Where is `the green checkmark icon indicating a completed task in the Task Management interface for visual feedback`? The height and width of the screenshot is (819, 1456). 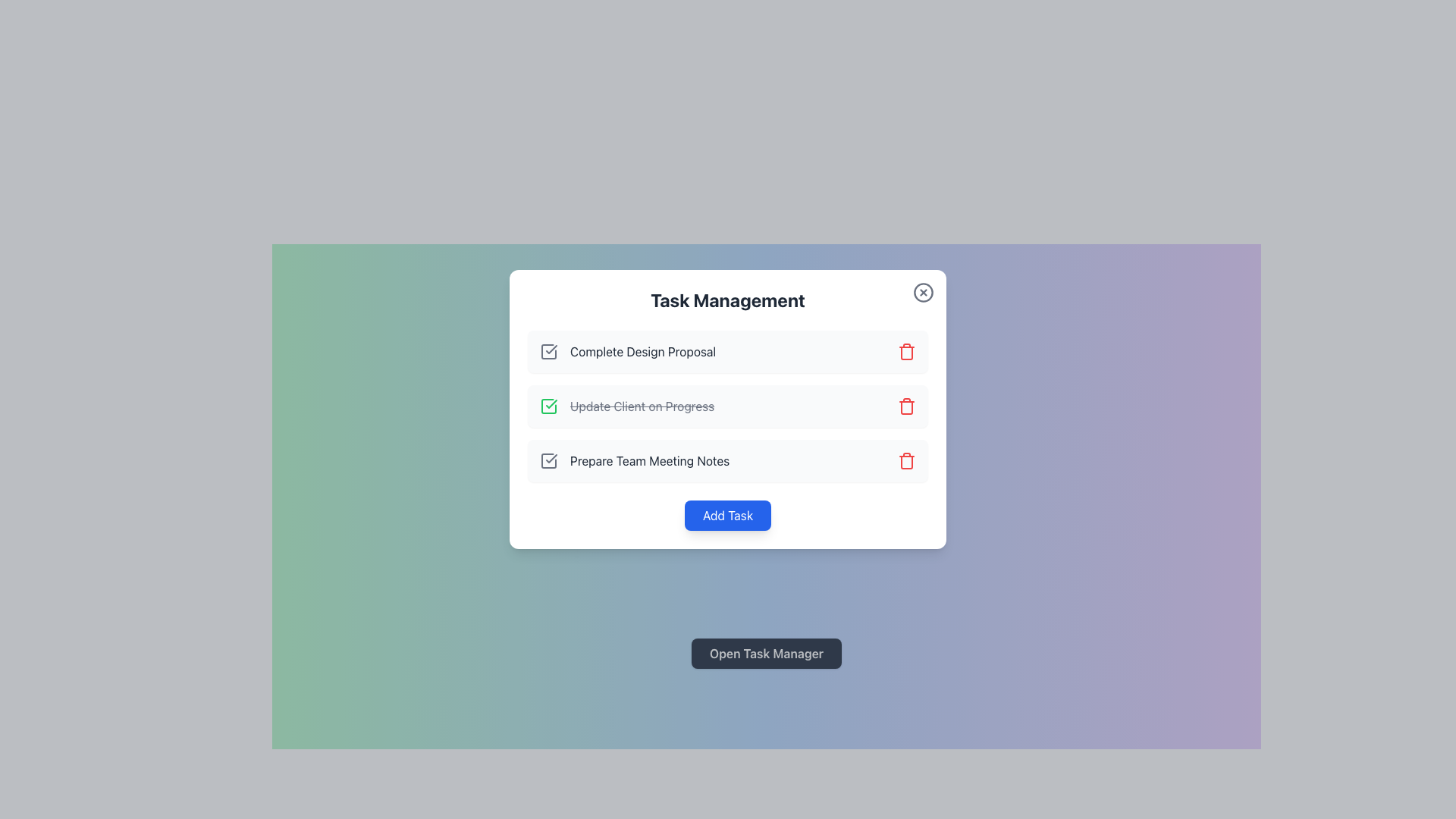 the green checkmark icon indicating a completed task in the Task Management interface for visual feedback is located at coordinates (548, 406).